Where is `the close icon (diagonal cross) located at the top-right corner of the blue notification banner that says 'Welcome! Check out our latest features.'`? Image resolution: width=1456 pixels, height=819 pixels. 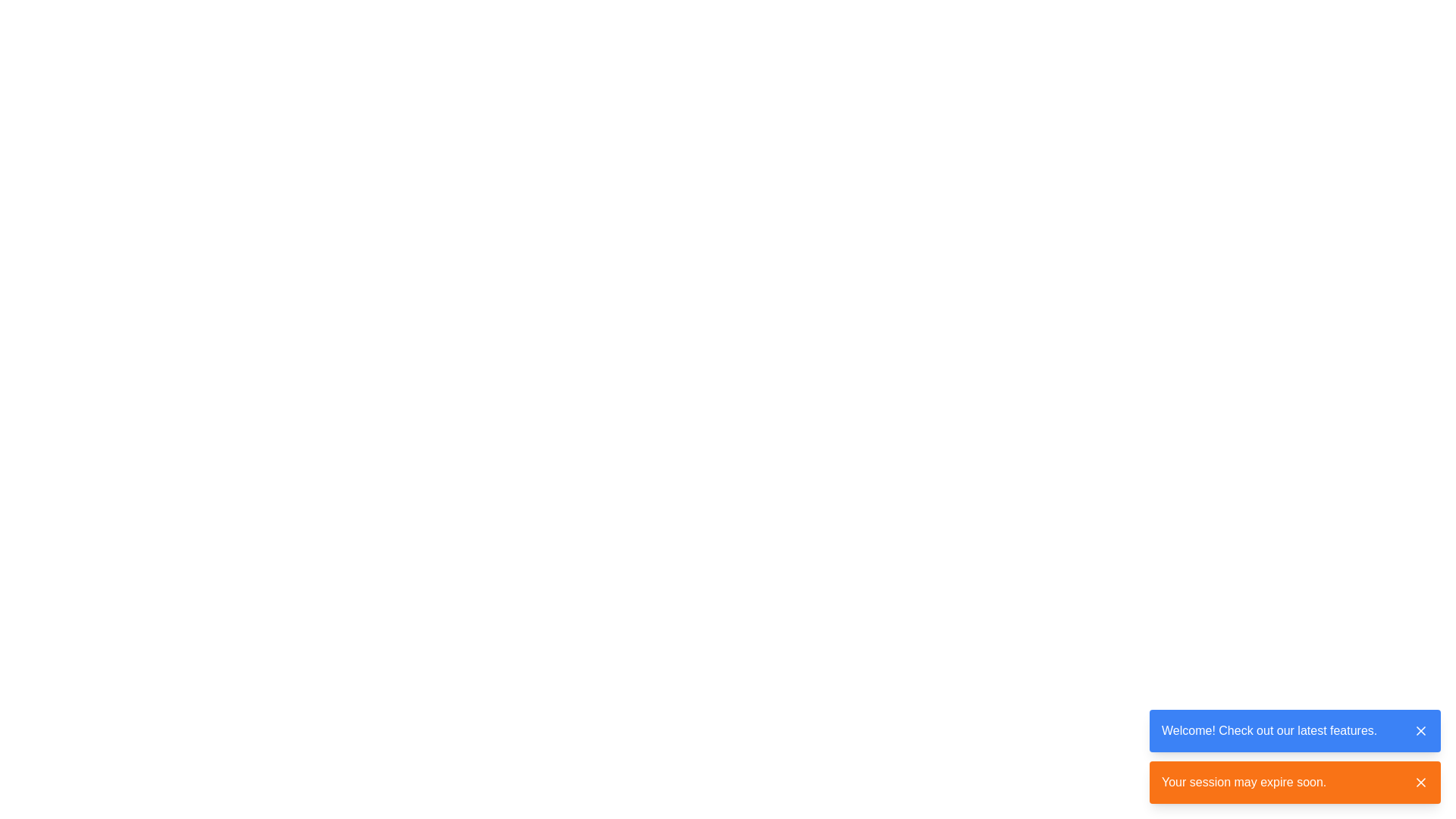 the close icon (diagonal cross) located at the top-right corner of the blue notification banner that says 'Welcome! Check out our latest features.' is located at coordinates (1420, 730).